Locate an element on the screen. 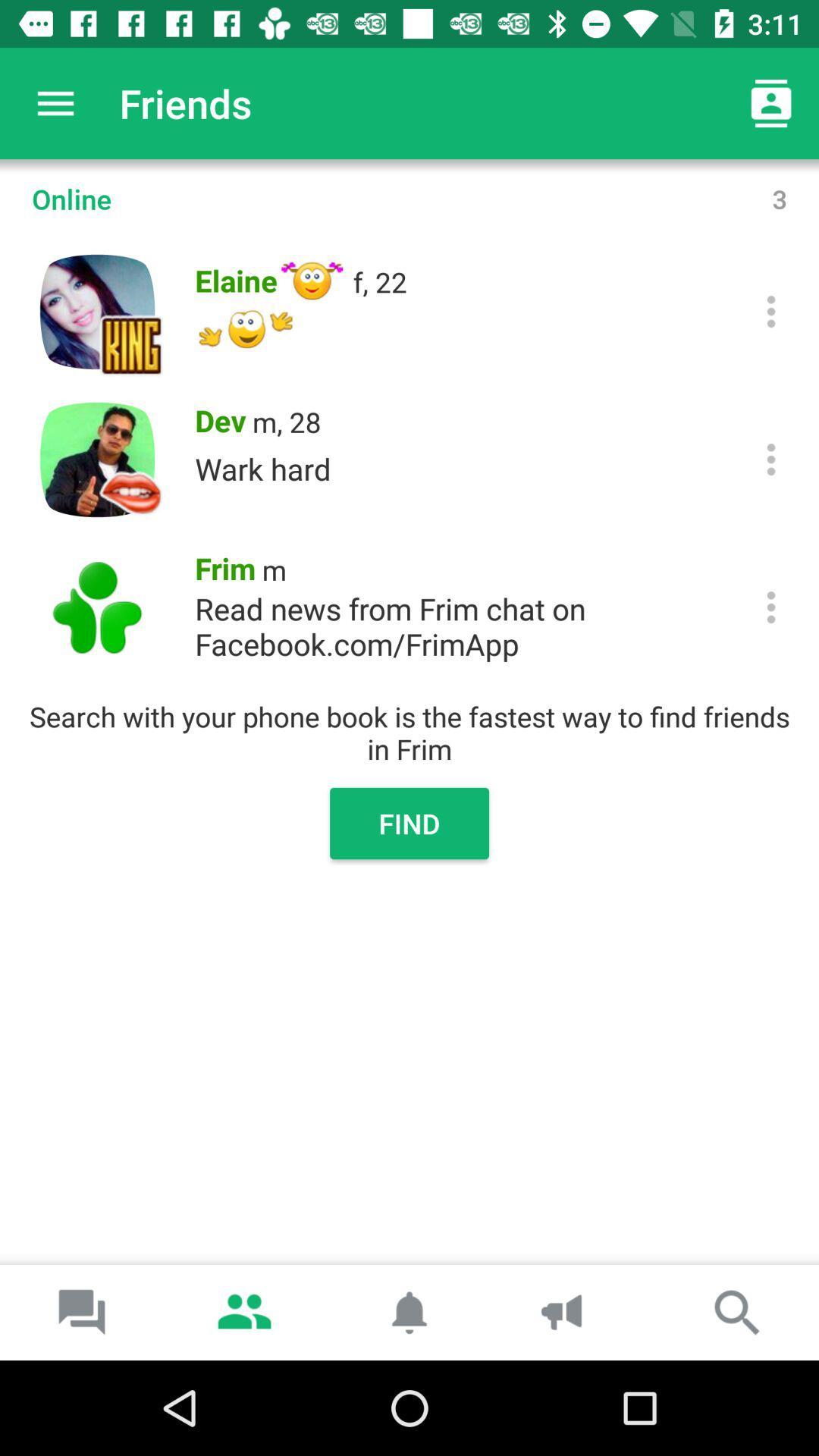 The width and height of the screenshot is (819, 1456). other option is located at coordinates (771, 607).